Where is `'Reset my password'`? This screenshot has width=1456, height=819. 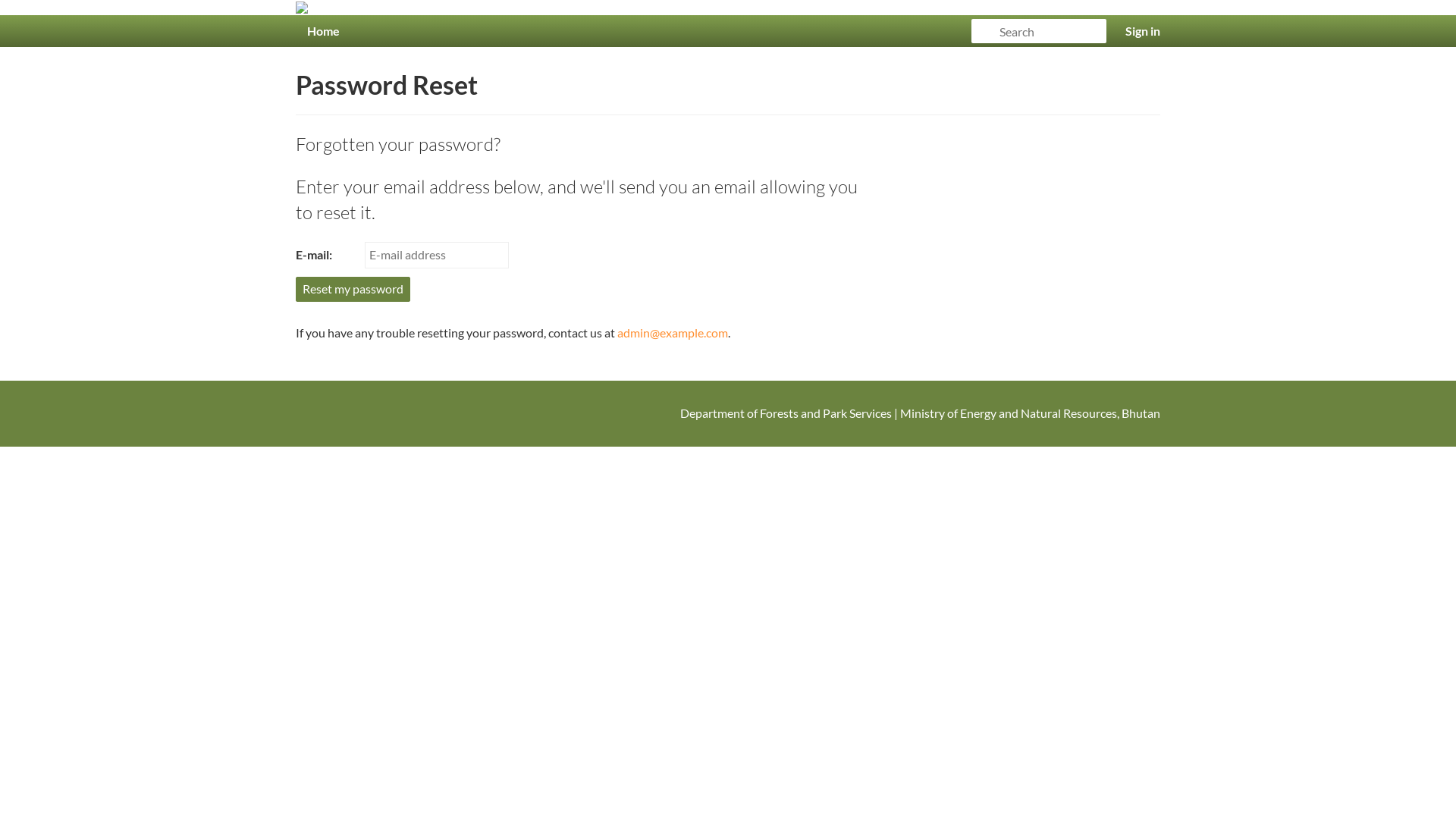
'Reset my password' is located at coordinates (352, 289).